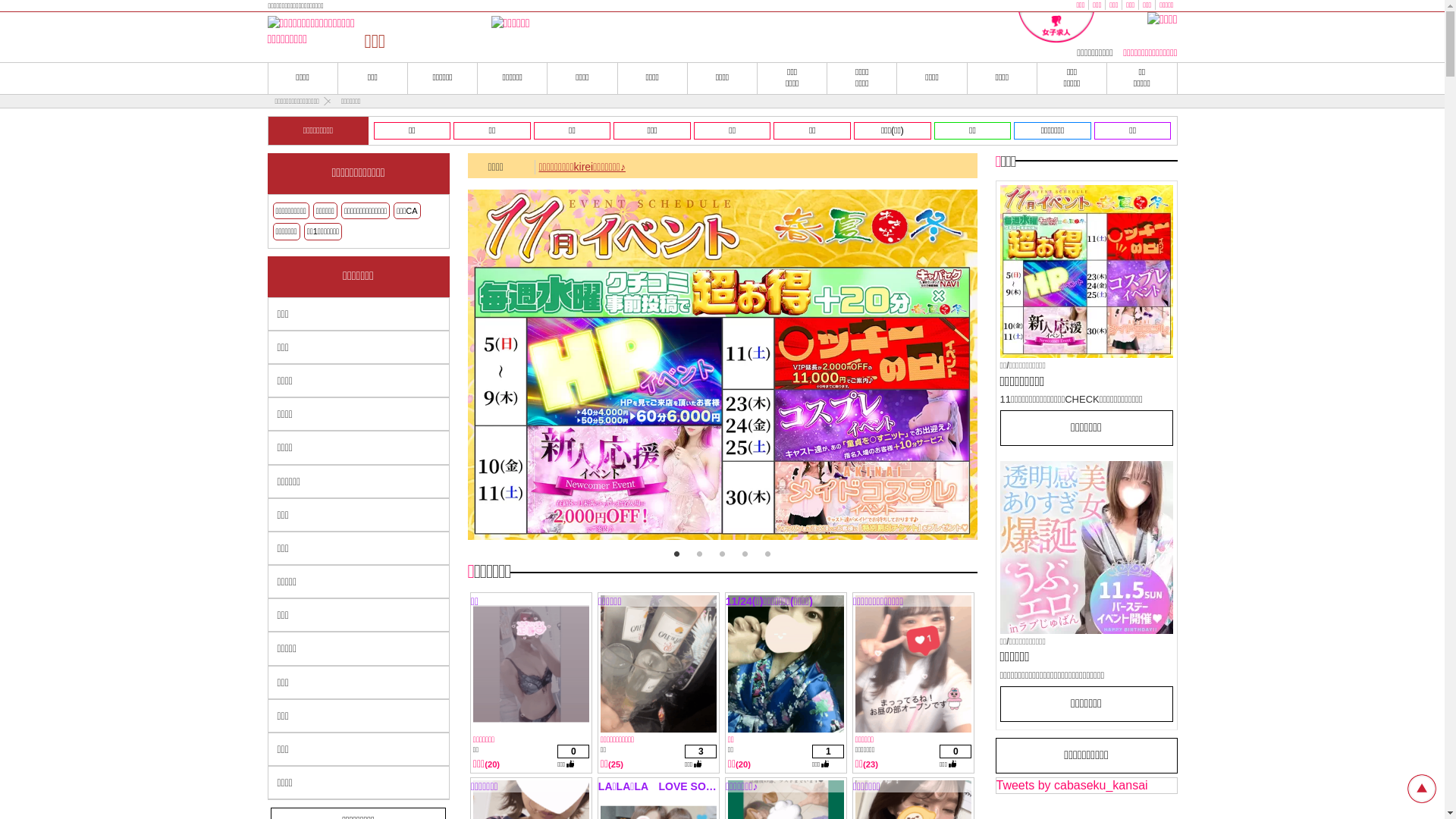  Describe the element at coordinates (745, 554) in the screenshot. I see `'4'` at that location.